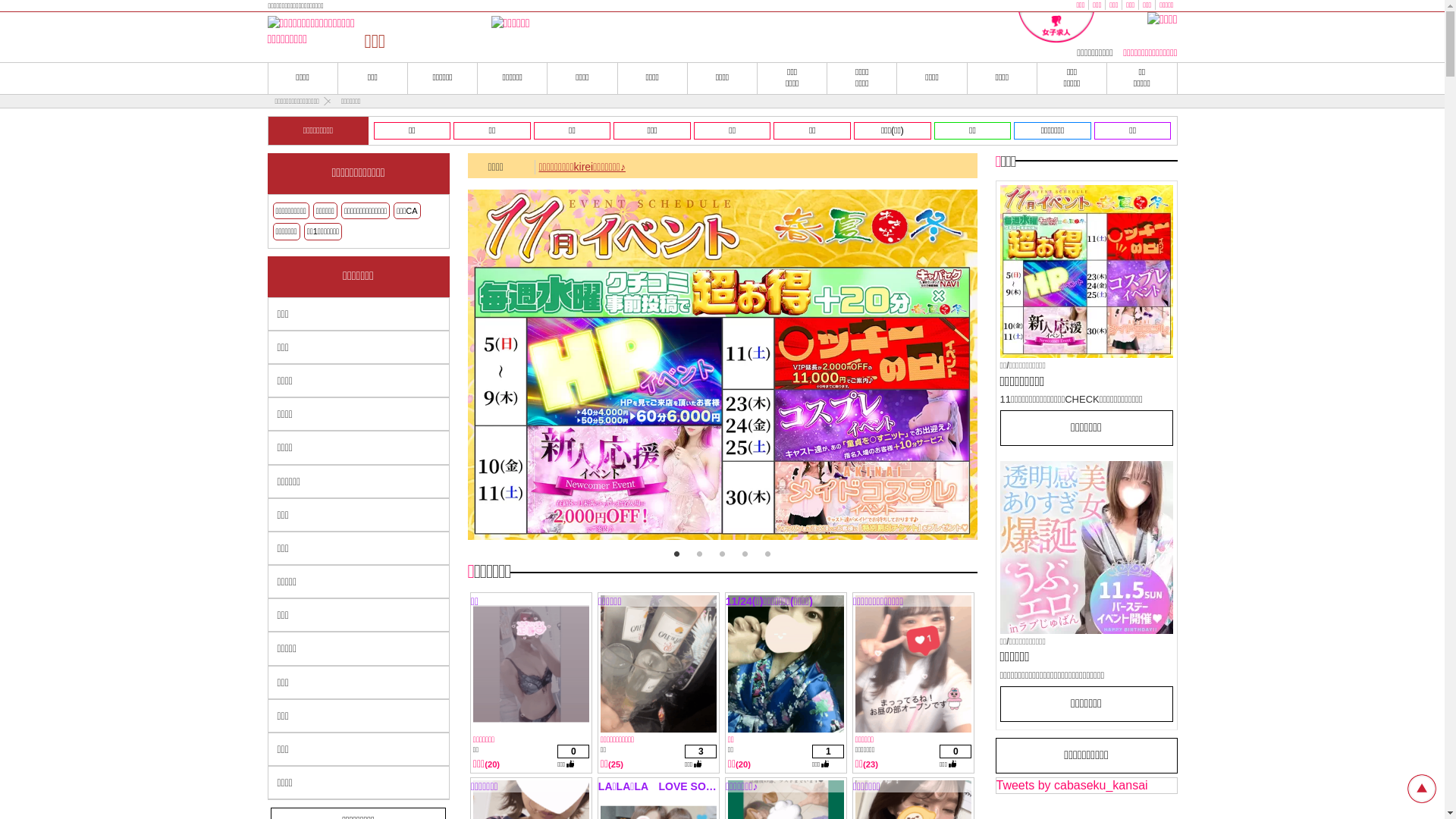  Describe the element at coordinates (745, 554) in the screenshot. I see `'4'` at that location.